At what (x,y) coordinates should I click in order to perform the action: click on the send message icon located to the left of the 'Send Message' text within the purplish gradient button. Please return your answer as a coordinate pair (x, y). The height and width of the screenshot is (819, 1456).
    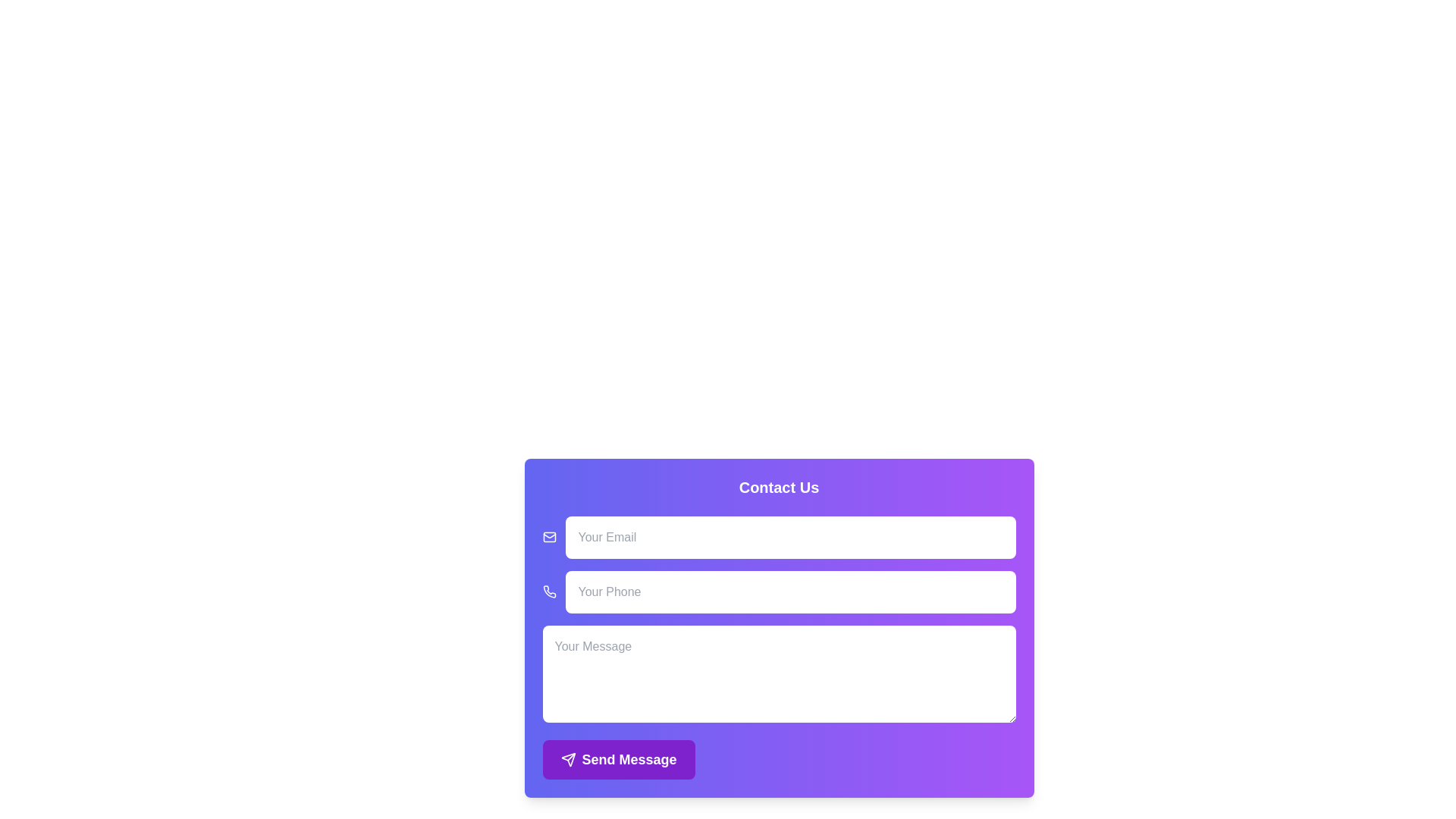
    Looking at the image, I should click on (567, 760).